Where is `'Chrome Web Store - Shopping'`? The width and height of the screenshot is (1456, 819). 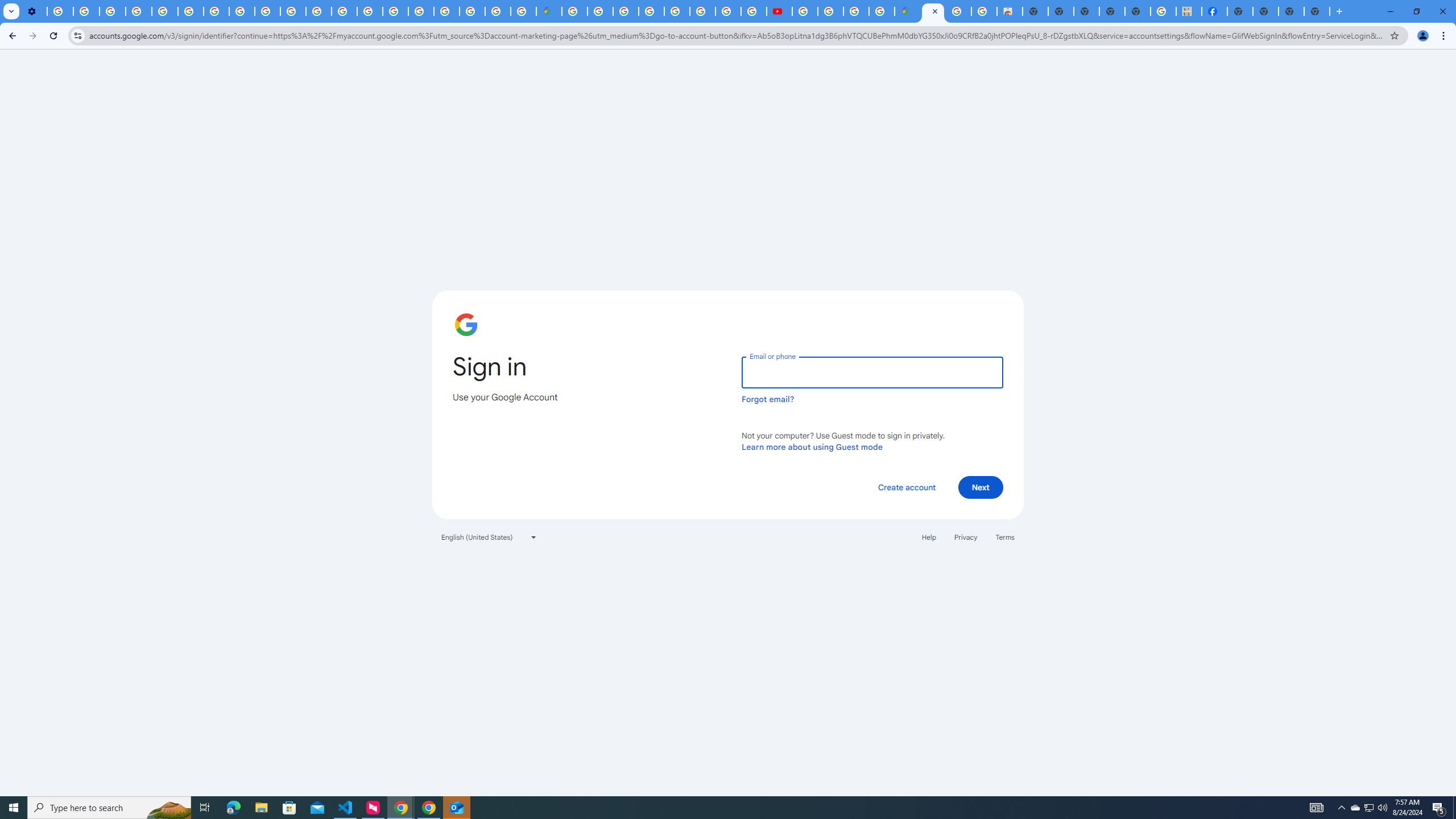 'Chrome Web Store - Shopping' is located at coordinates (1009, 11).